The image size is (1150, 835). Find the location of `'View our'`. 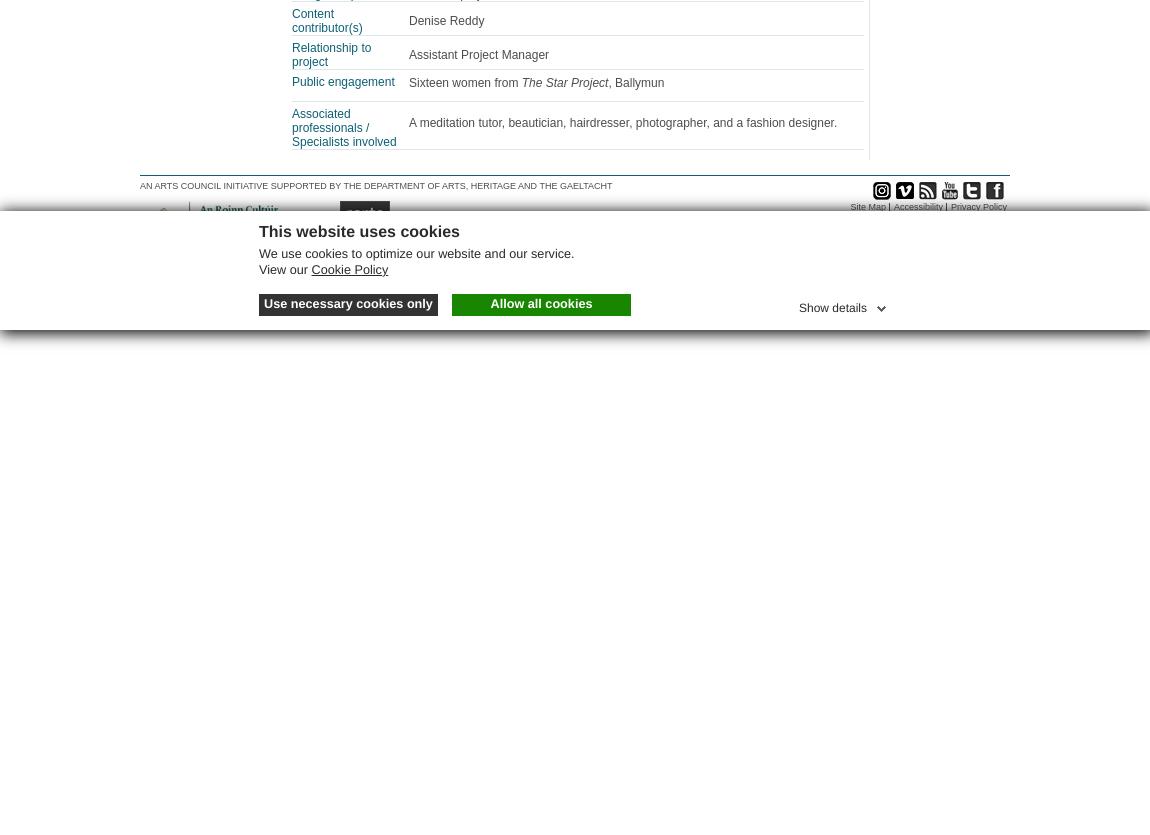

'View our' is located at coordinates (283, 268).